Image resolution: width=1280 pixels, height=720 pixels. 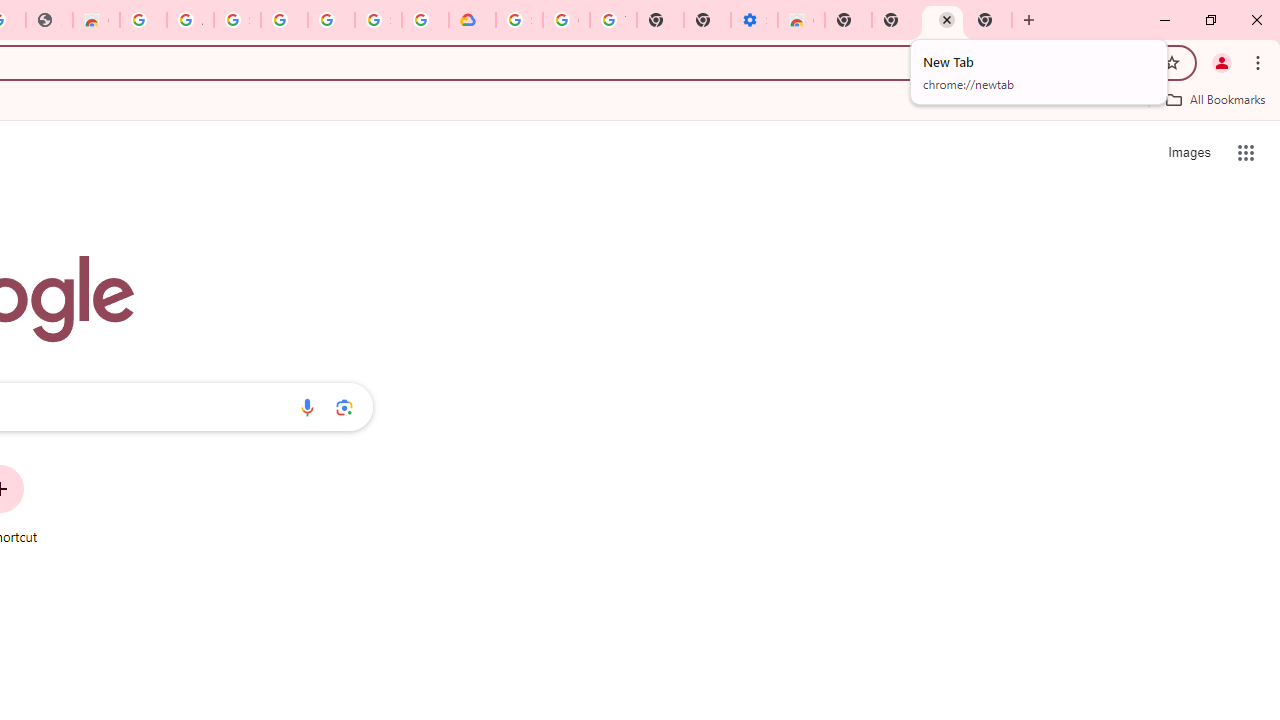 I want to click on 'Ad Settings', so click(x=190, y=20).